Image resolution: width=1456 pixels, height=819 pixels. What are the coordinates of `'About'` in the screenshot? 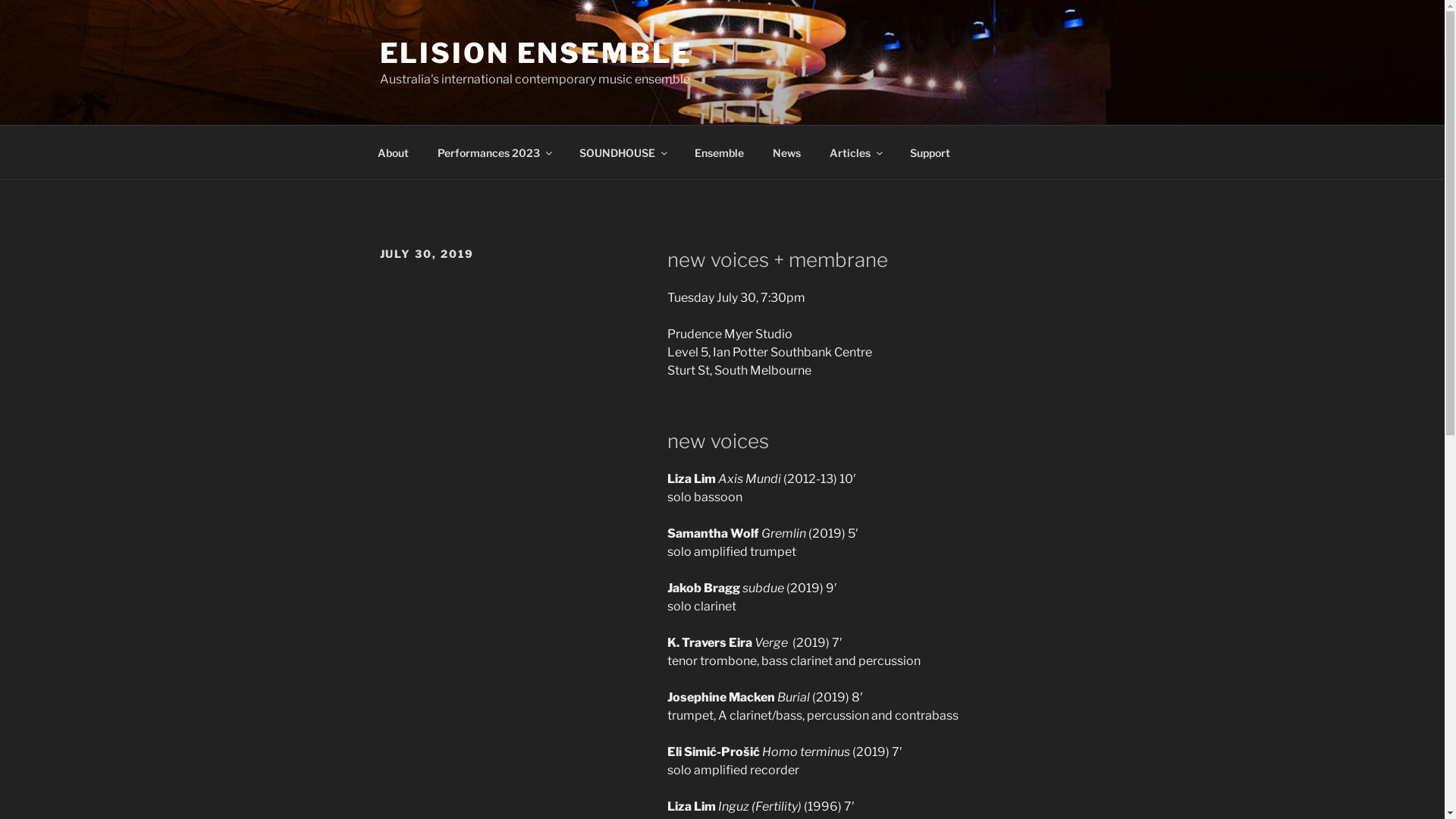 It's located at (393, 152).